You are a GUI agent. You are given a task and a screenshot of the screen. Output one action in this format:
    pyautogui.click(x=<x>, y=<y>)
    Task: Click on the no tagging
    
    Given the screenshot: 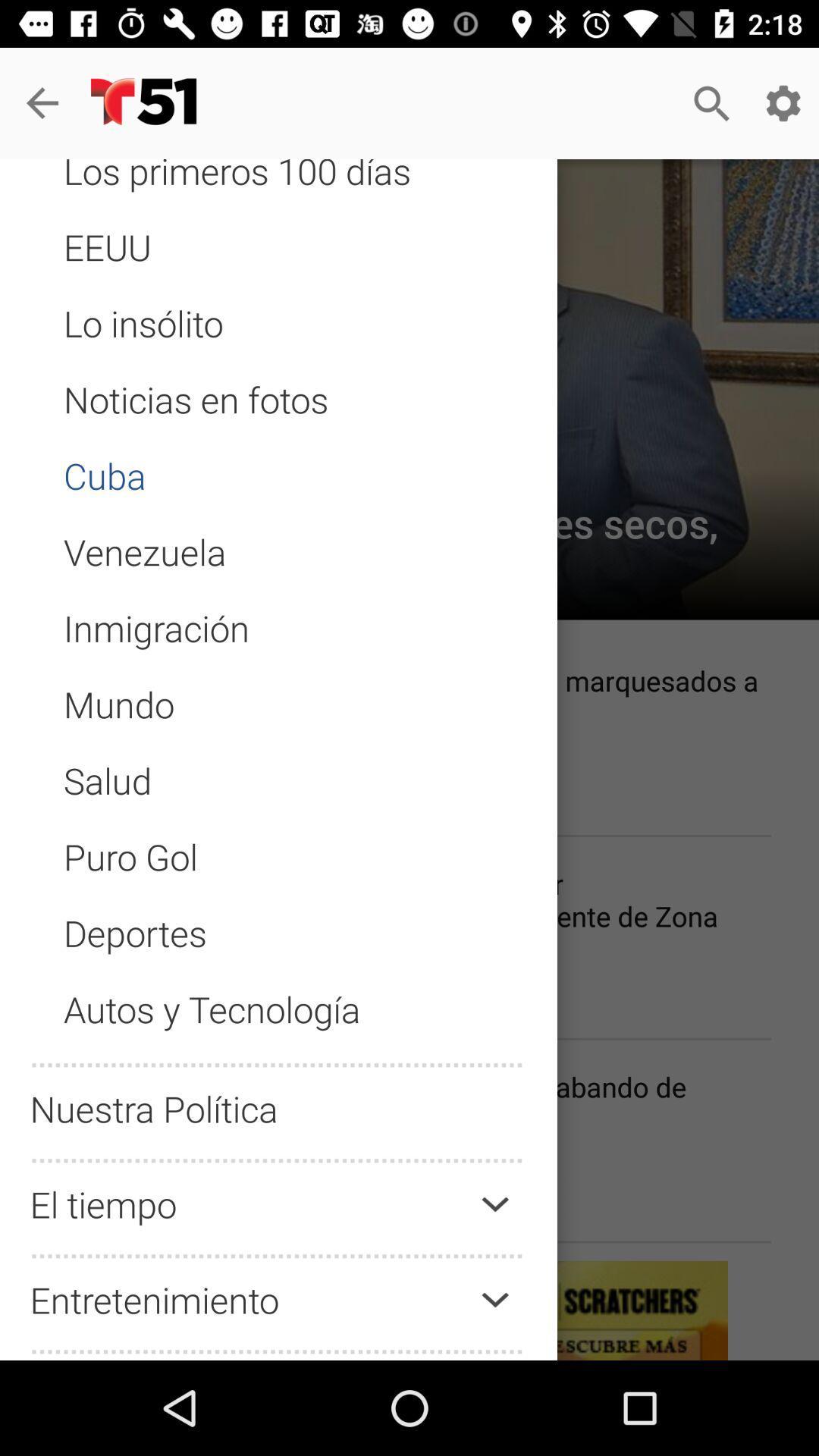 What is the action you would take?
    pyautogui.click(x=278, y=793)
    